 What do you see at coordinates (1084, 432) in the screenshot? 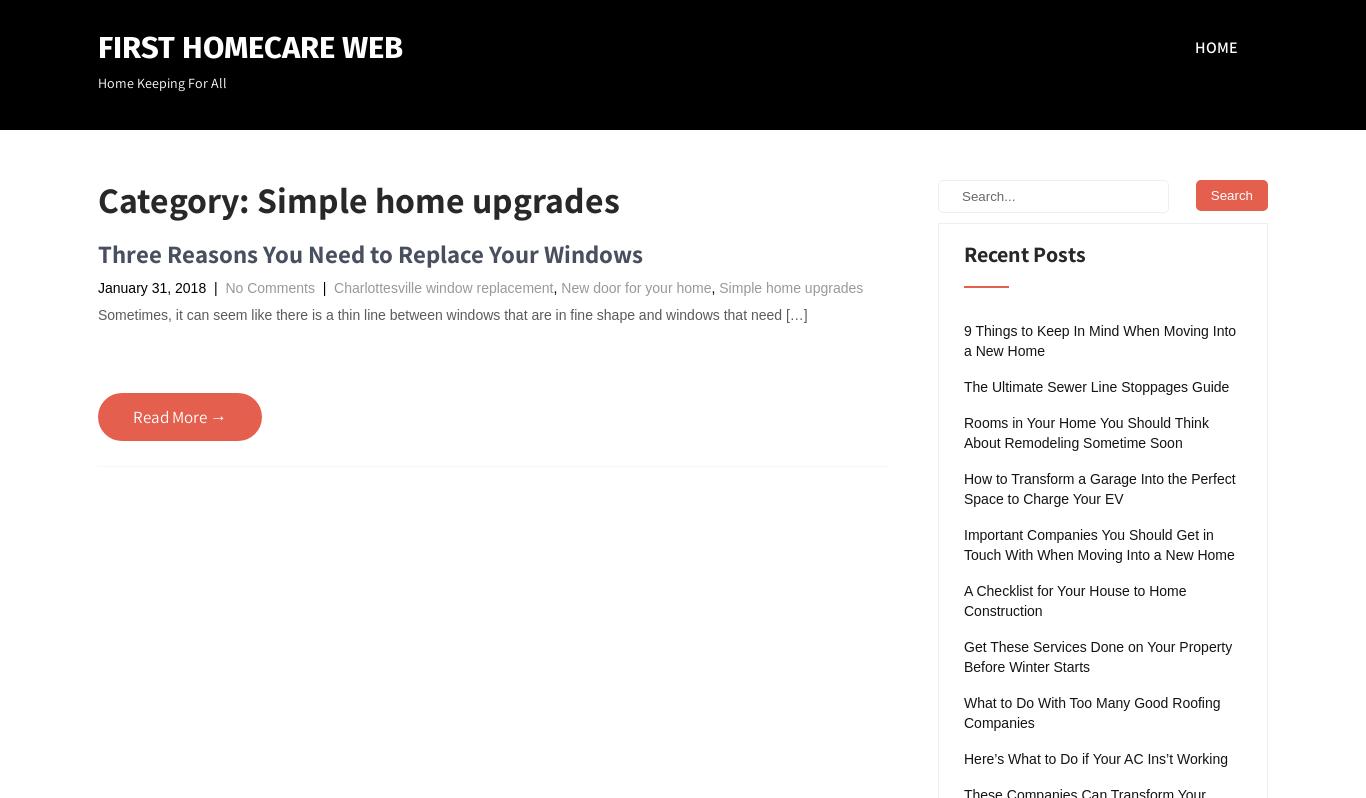
I see `'Rooms in Your Home You Should Think About Remodeling Sometime Soon'` at bounding box center [1084, 432].